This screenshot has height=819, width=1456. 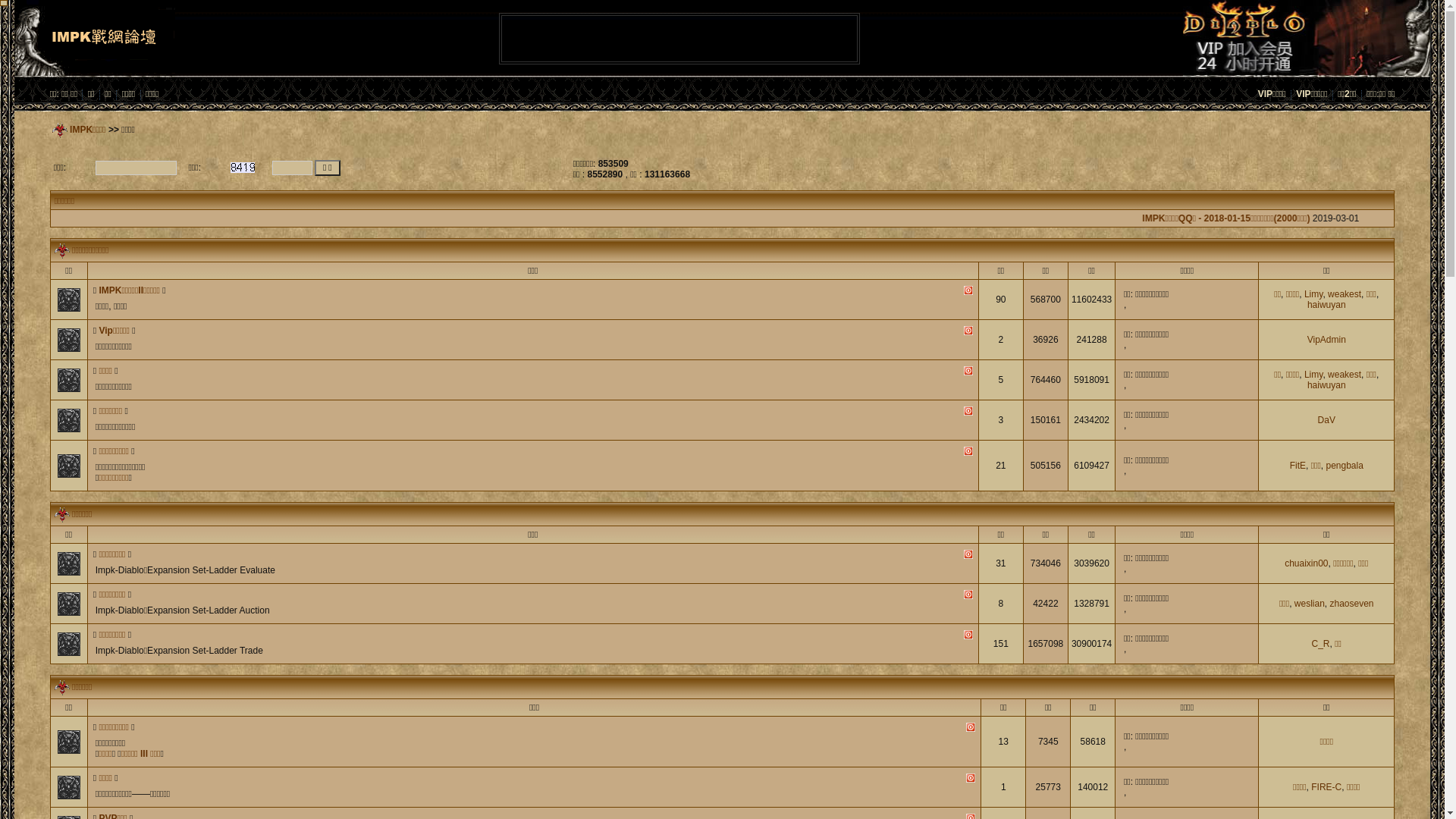 I want to click on 'pengbala', so click(x=1344, y=464).